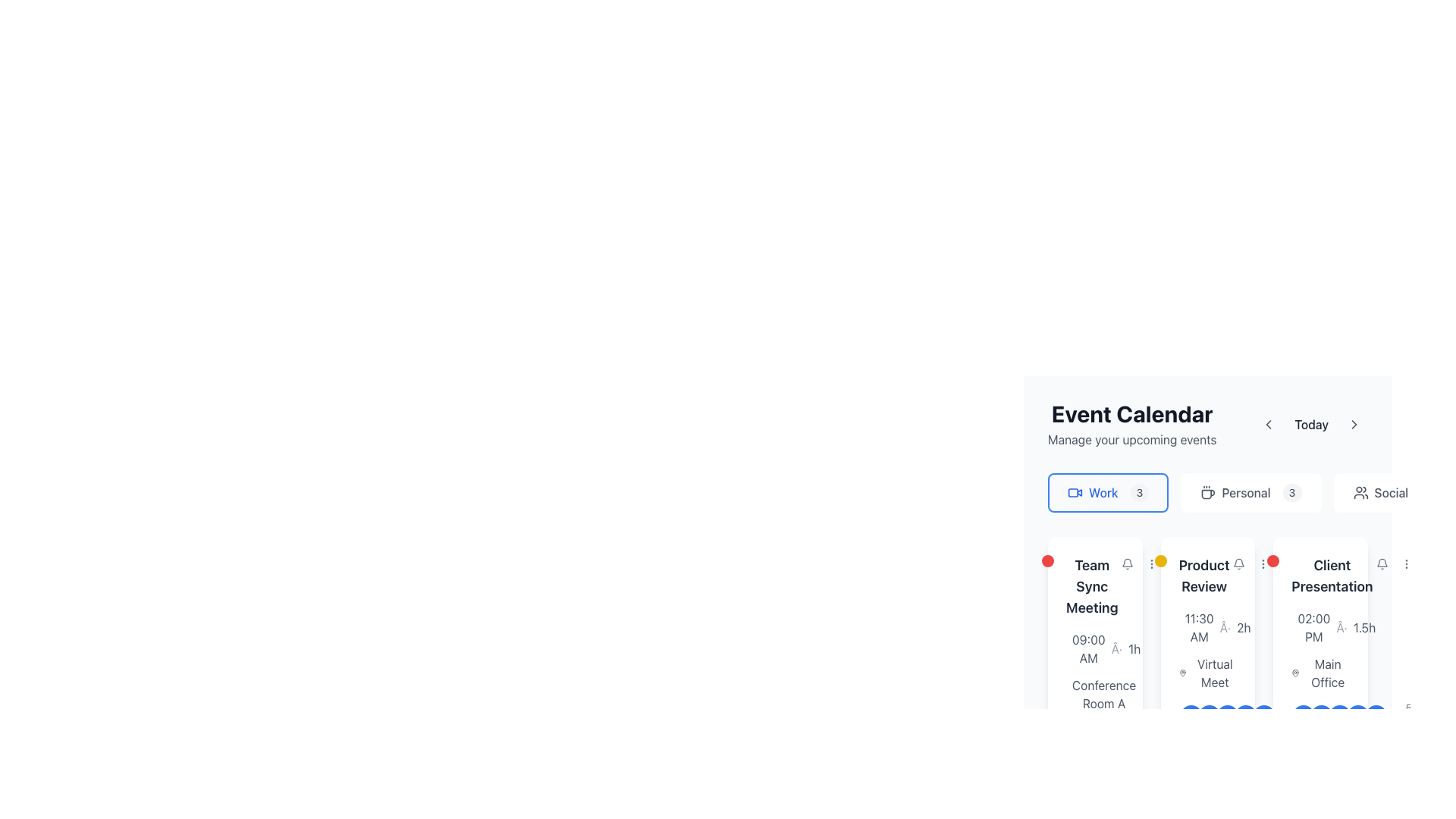 Image resolution: width=1456 pixels, height=819 pixels. Describe the element at coordinates (1281, 716) in the screenshot. I see `the last circular badge in the horizontal list, located below the 'Event Calendar'` at that location.